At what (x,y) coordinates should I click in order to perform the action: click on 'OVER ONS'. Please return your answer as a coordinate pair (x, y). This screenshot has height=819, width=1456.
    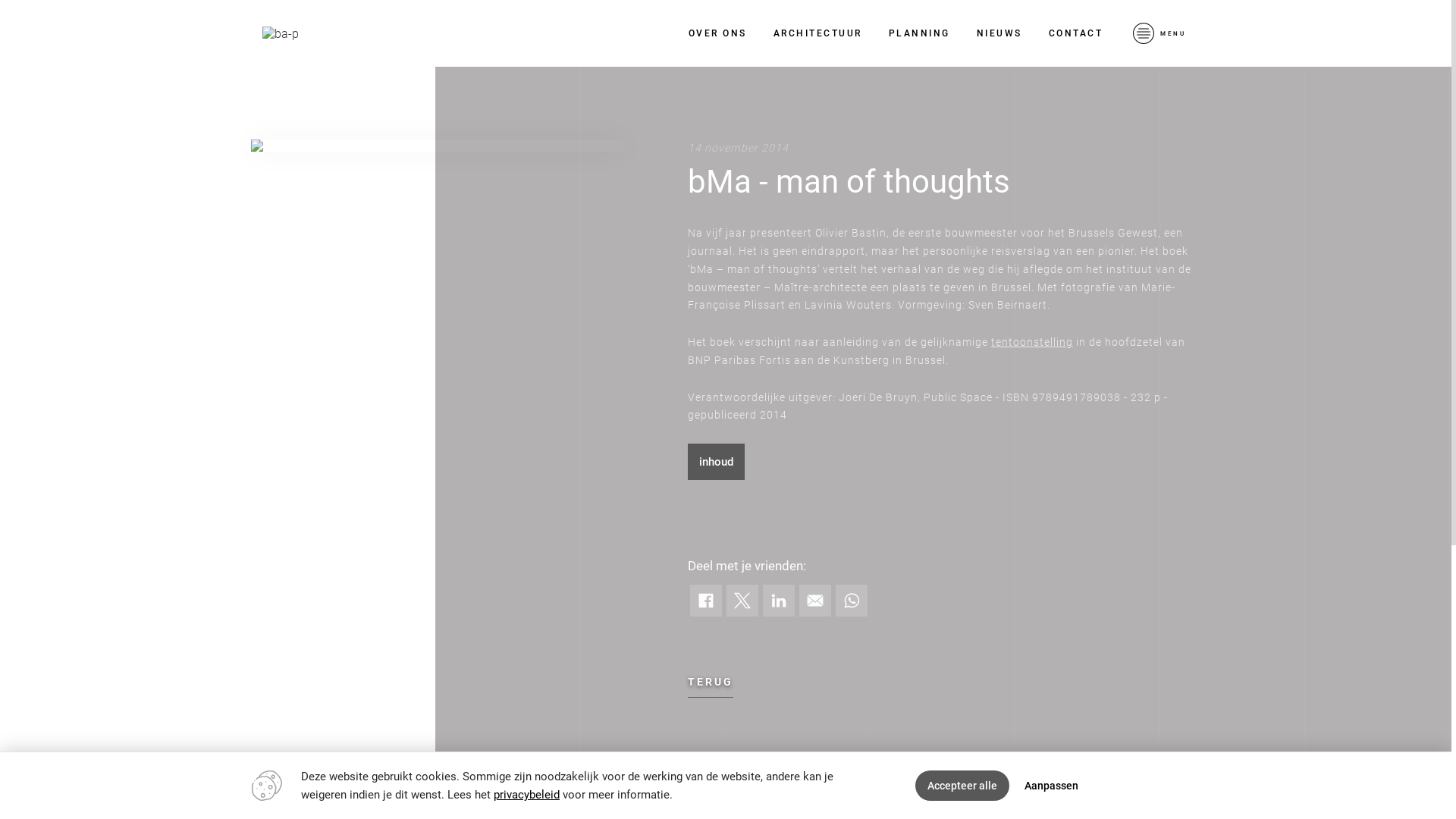
    Looking at the image, I should click on (717, 33).